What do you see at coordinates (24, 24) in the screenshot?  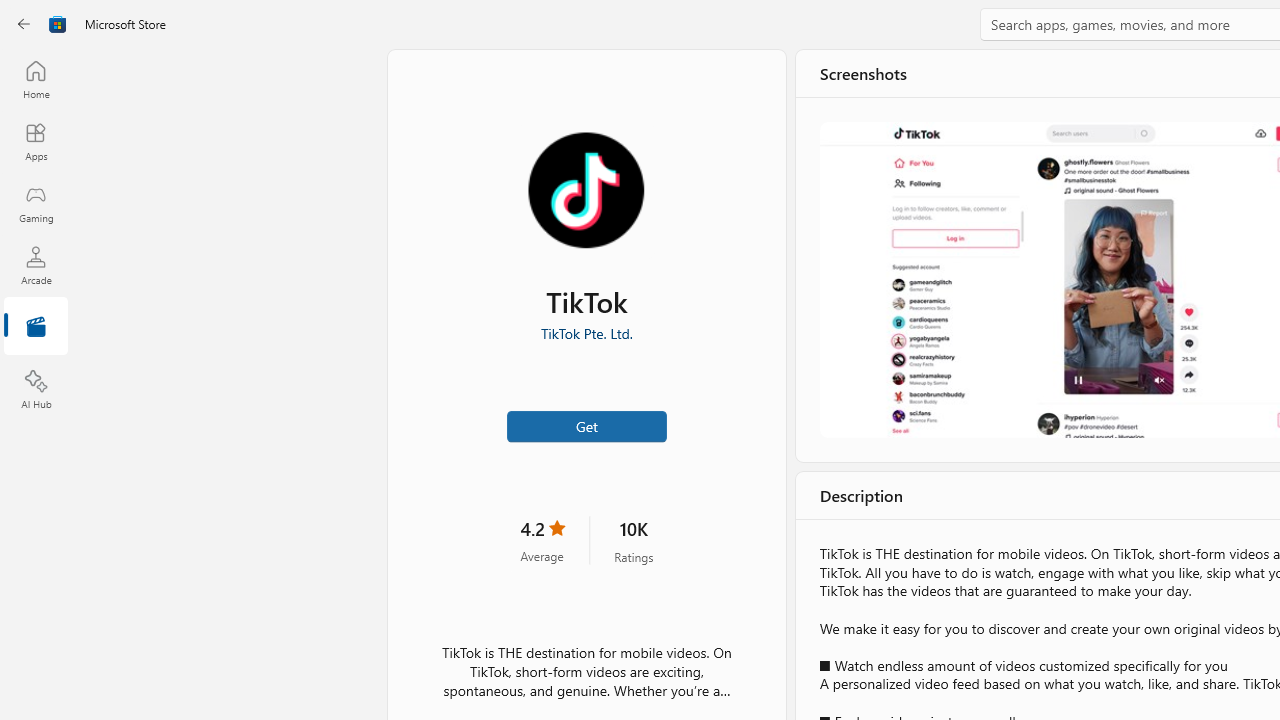 I see `'Back'` at bounding box center [24, 24].